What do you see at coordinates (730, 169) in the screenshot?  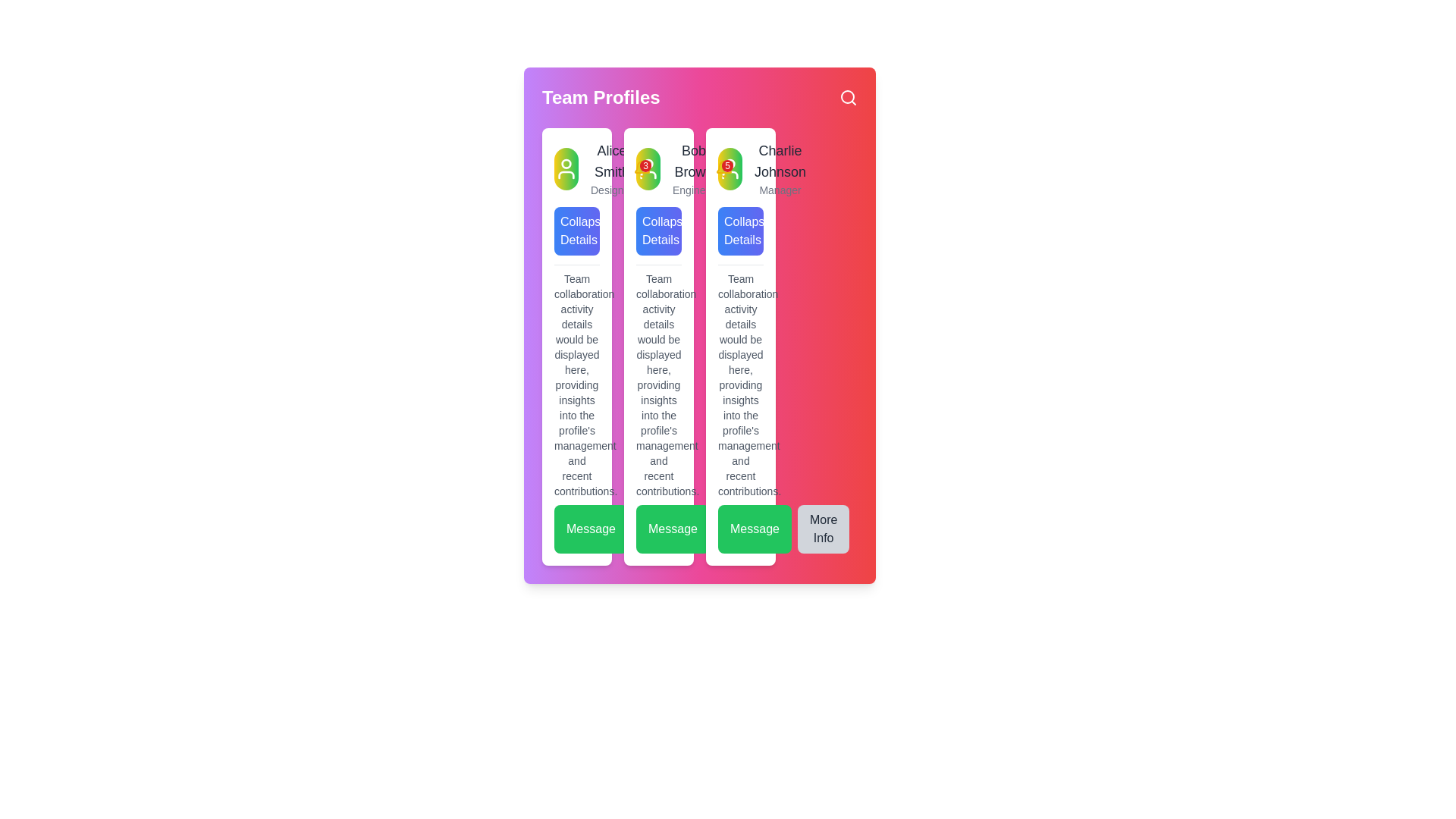 I see `the notification badge icon for 'Charlie Johnson' in the third column of 'Team Profiles', indicating five notifications` at bounding box center [730, 169].